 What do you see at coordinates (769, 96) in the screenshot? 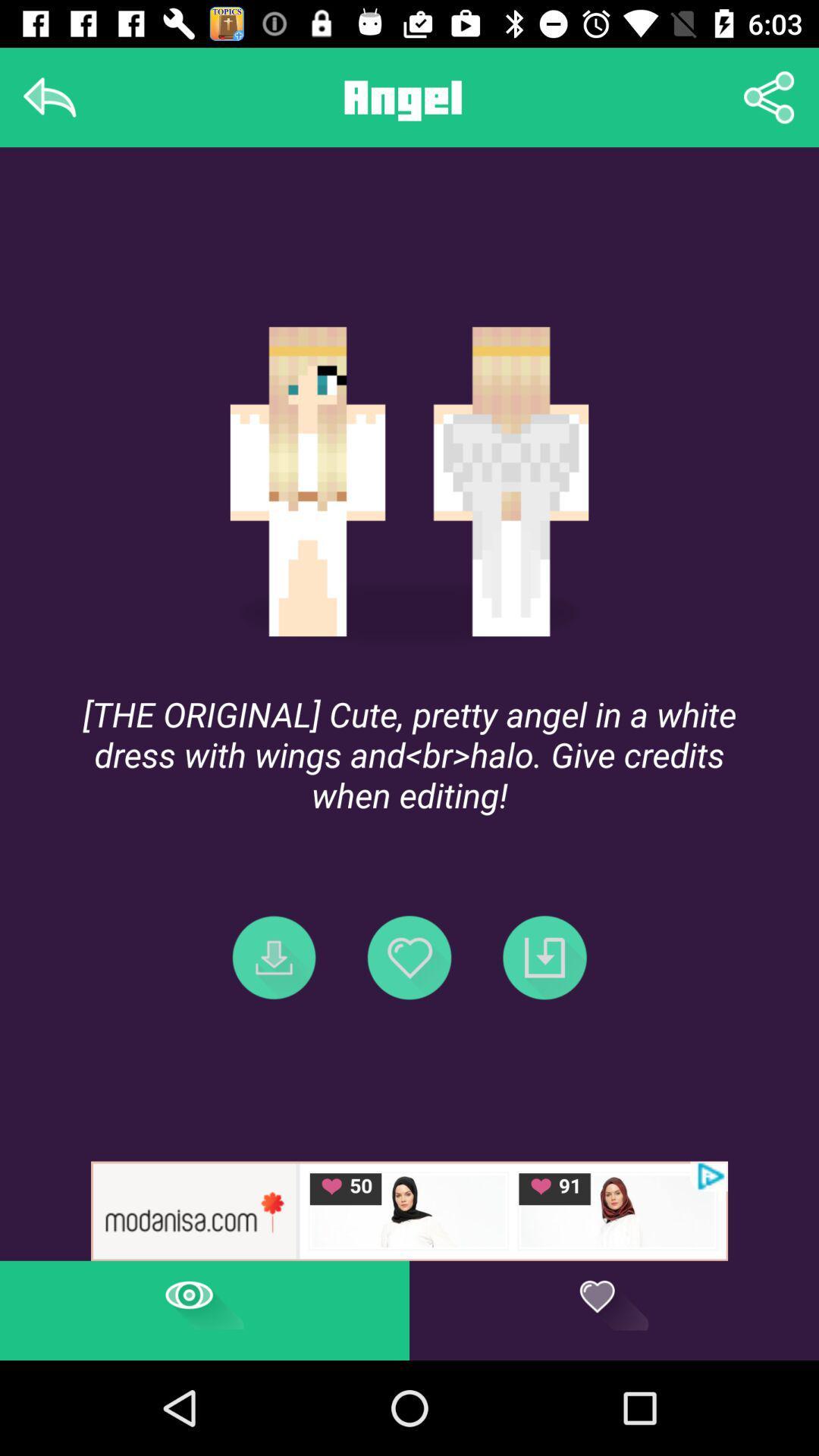
I see `the share icon` at bounding box center [769, 96].